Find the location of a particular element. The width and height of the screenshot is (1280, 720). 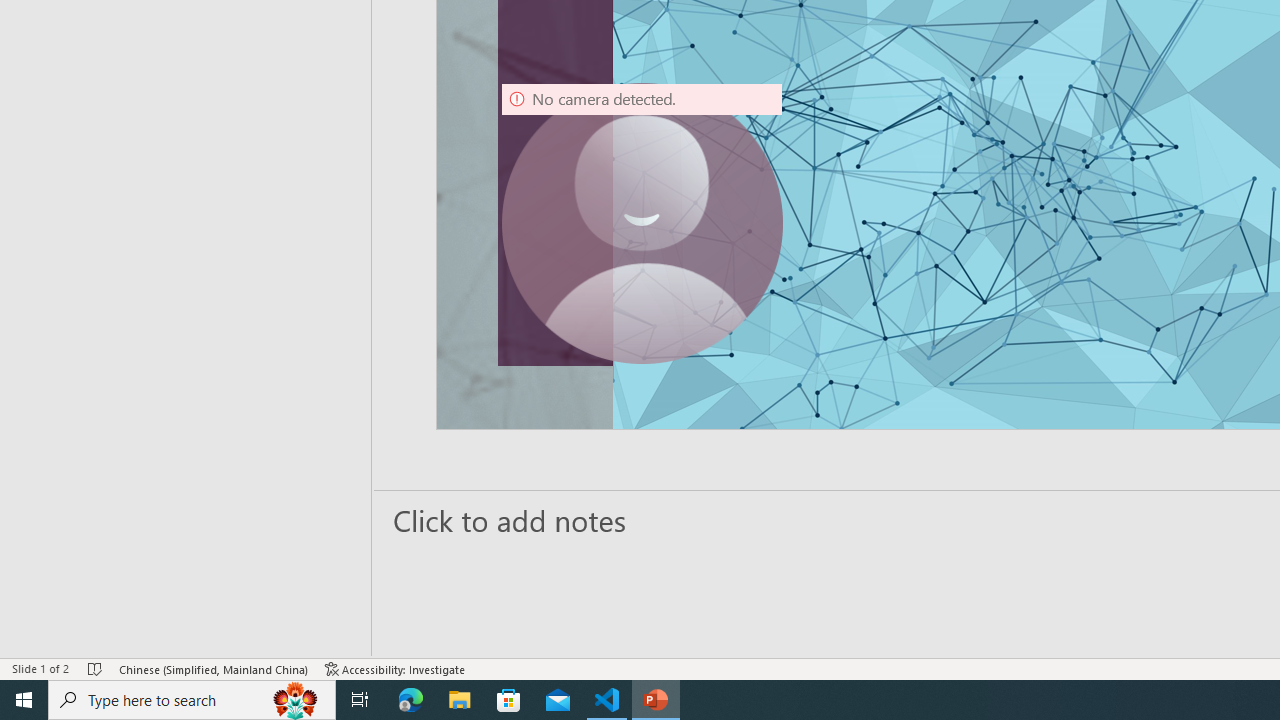

'Accessibility Checker Accessibility: Investigate' is located at coordinates (395, 669).